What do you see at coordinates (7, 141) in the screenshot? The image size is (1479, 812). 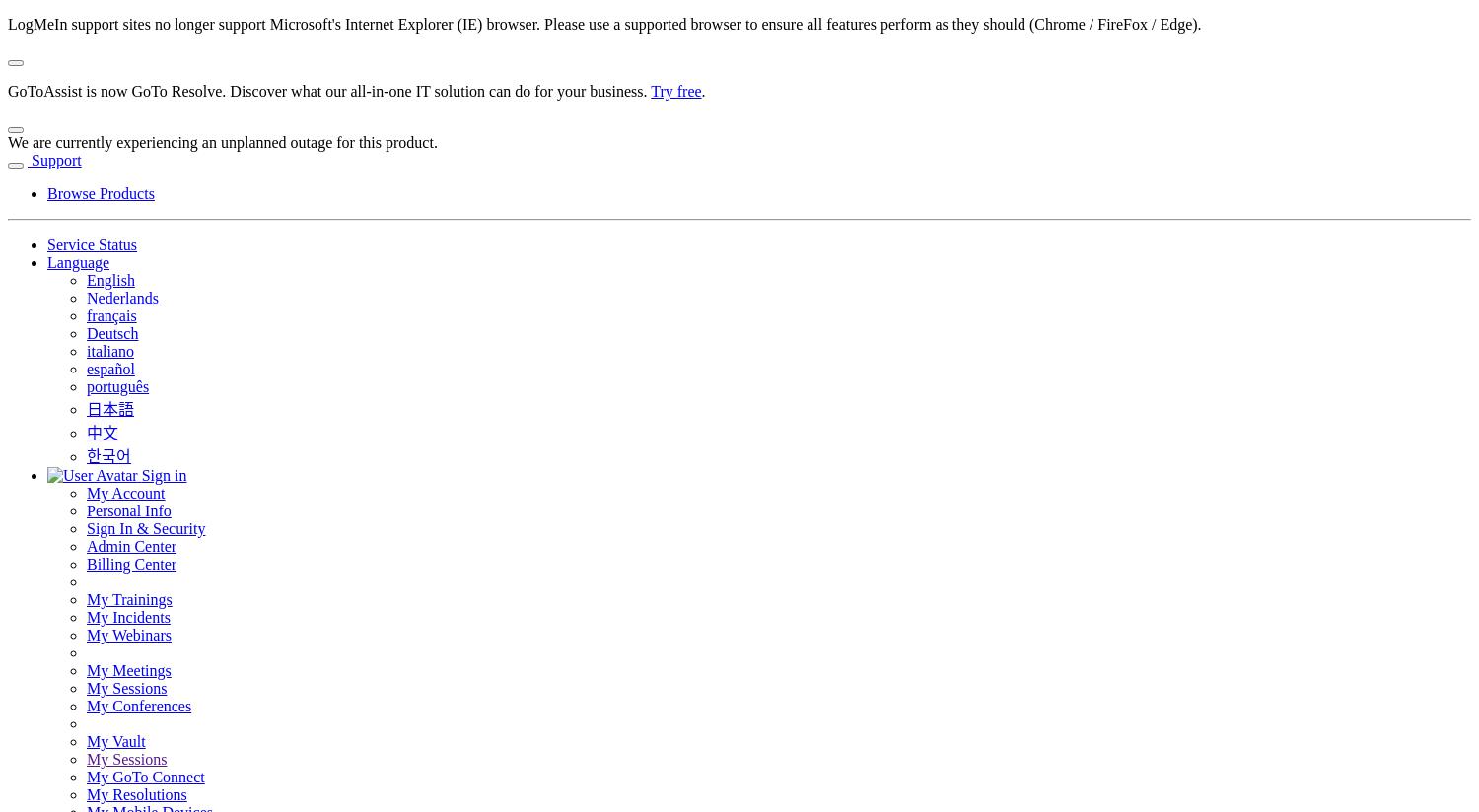 I see `'We are currently experiencing an unplanned outage for this product.'` at bounding box center [7, 141].